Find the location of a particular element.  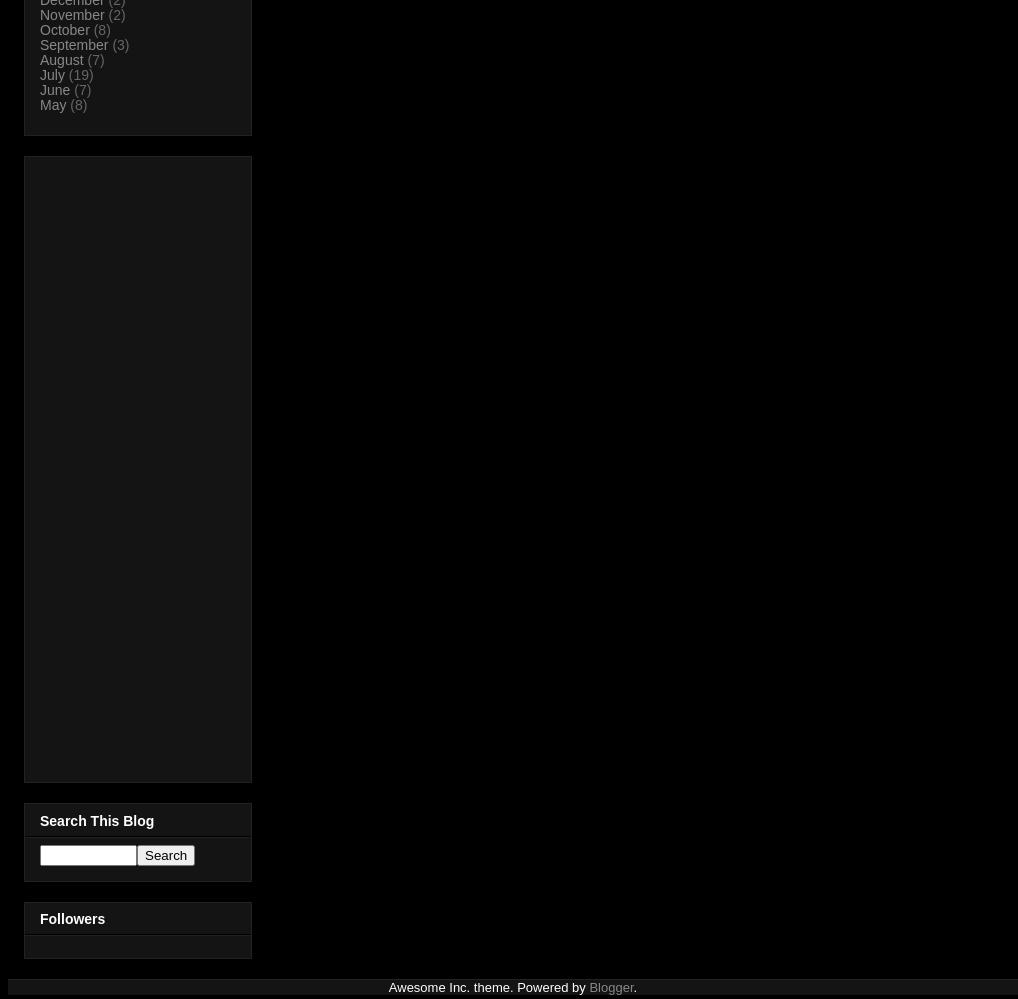

'.' is located at coordinates (634, 986).